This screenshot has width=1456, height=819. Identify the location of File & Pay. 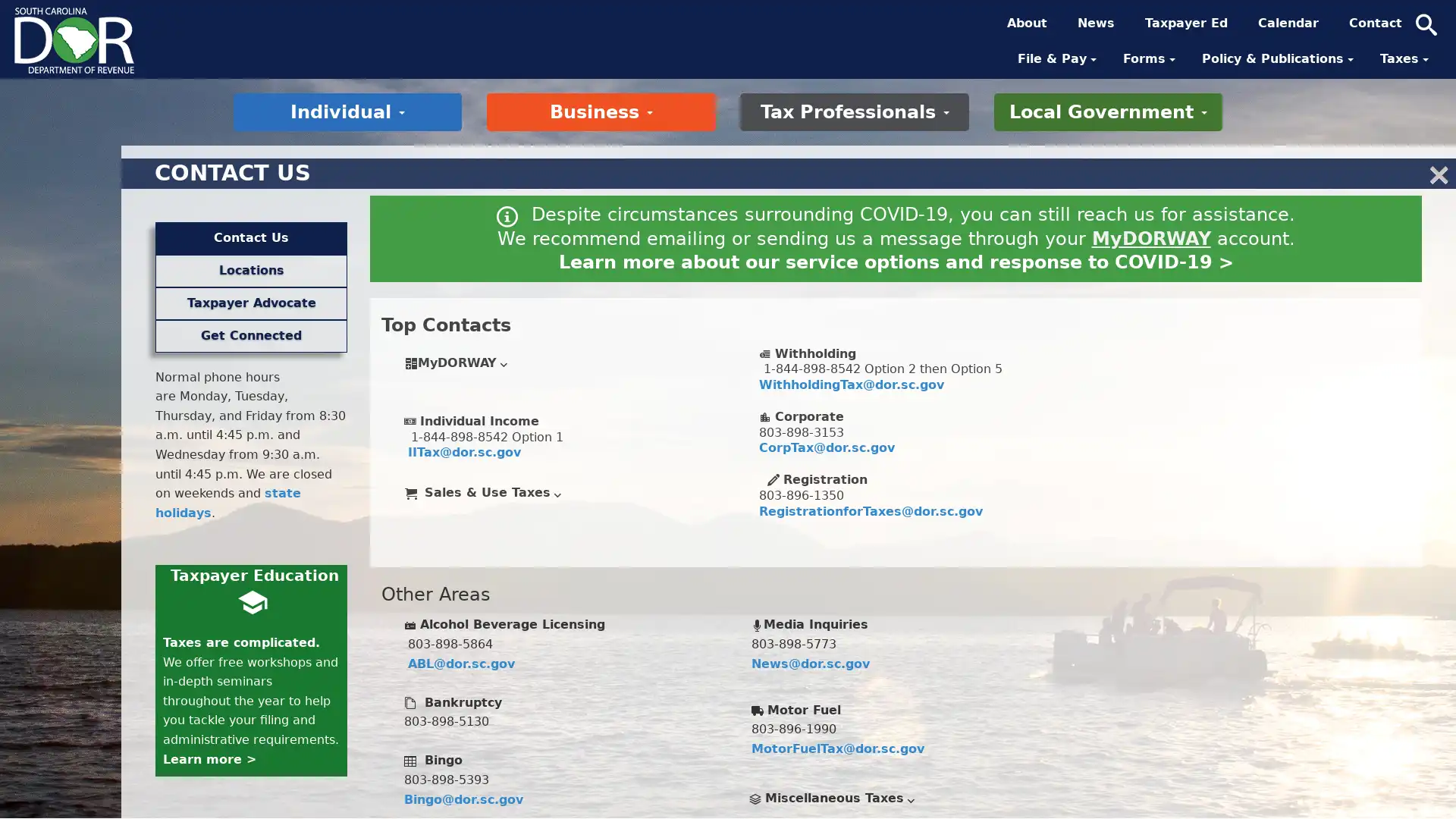
(1058, 58).